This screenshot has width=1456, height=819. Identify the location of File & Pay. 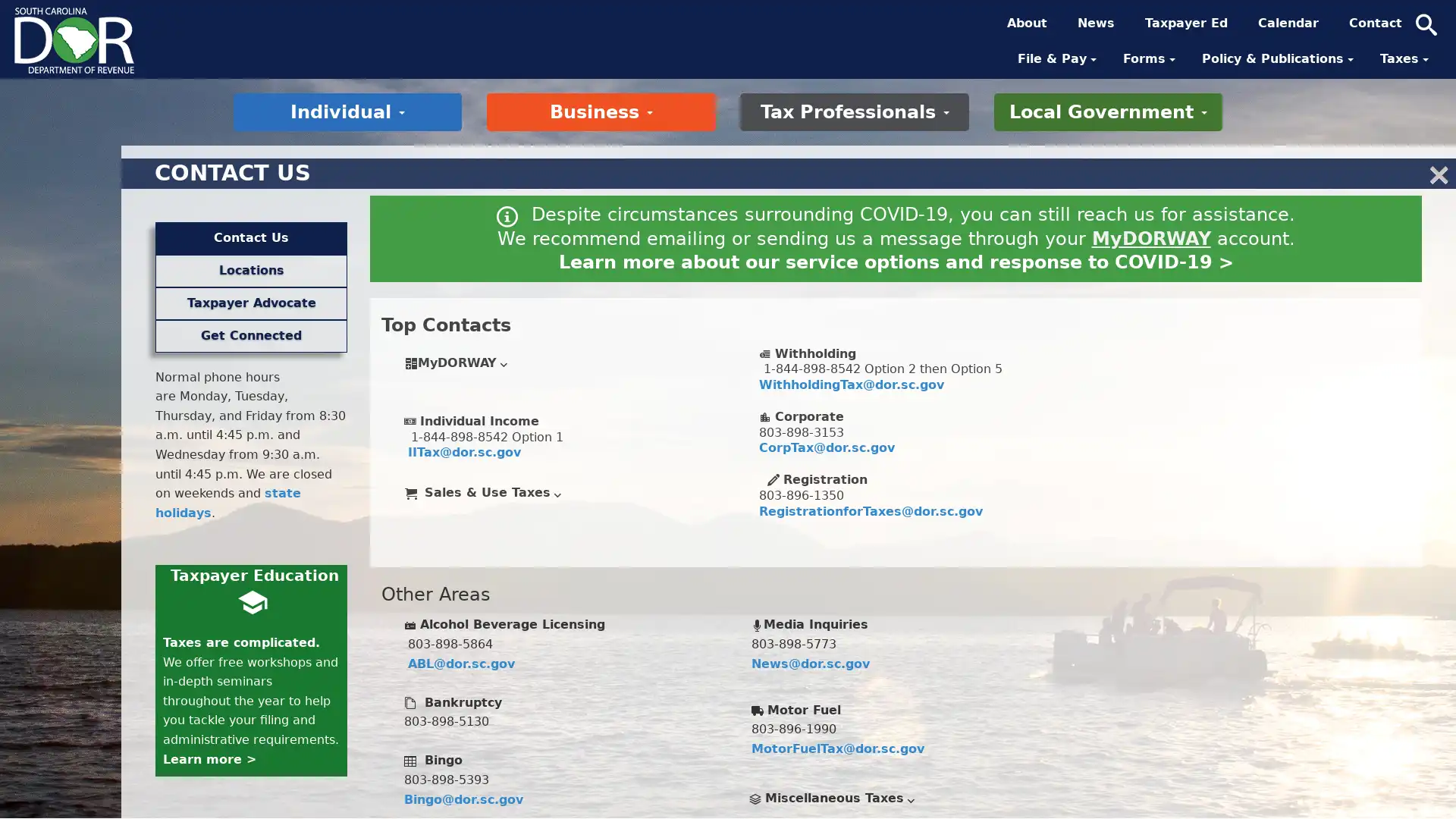
(1058, 58).